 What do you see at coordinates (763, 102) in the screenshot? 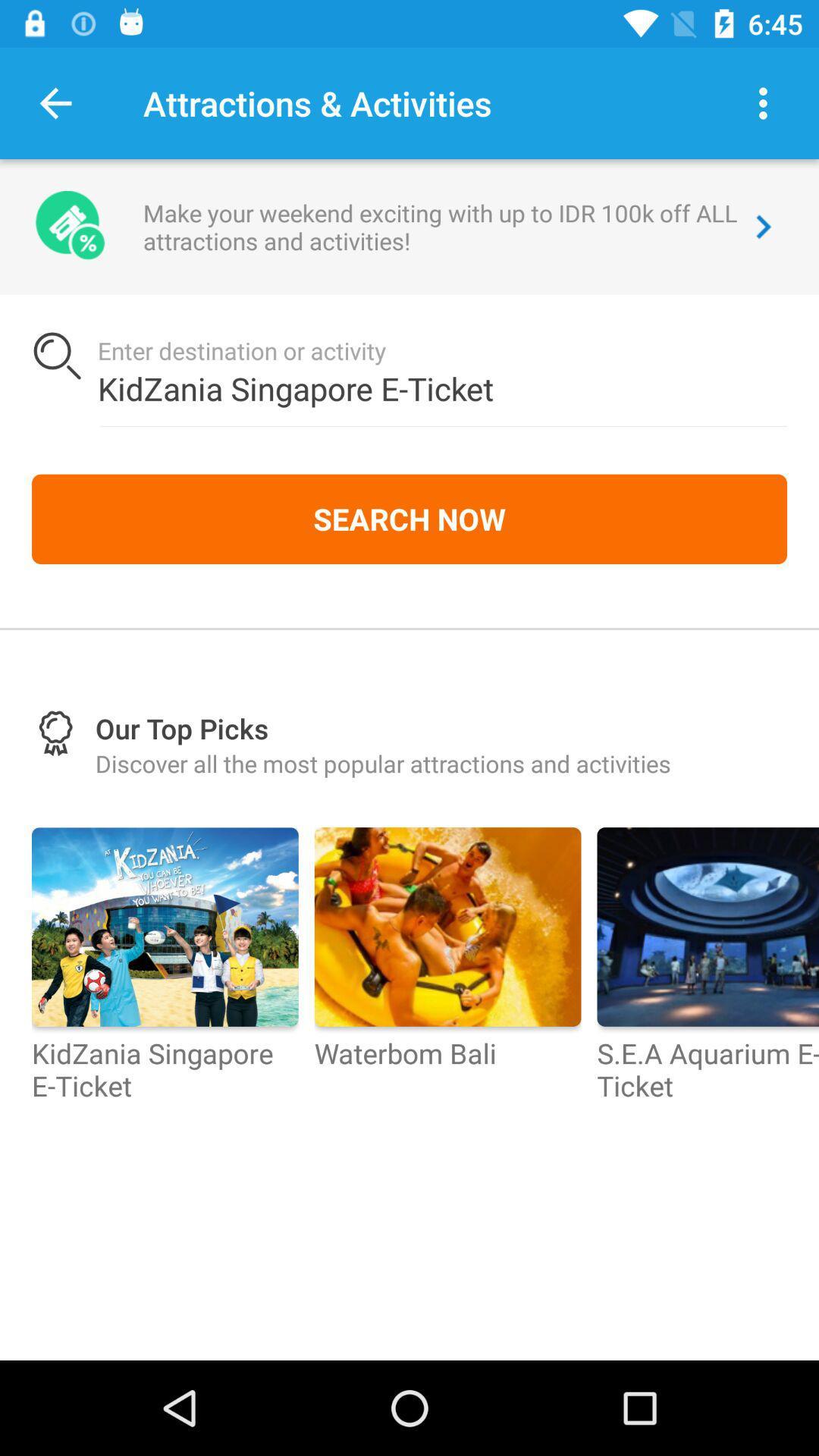
I see `icon next to attractions & activities item` at bounding box center [763, 102].